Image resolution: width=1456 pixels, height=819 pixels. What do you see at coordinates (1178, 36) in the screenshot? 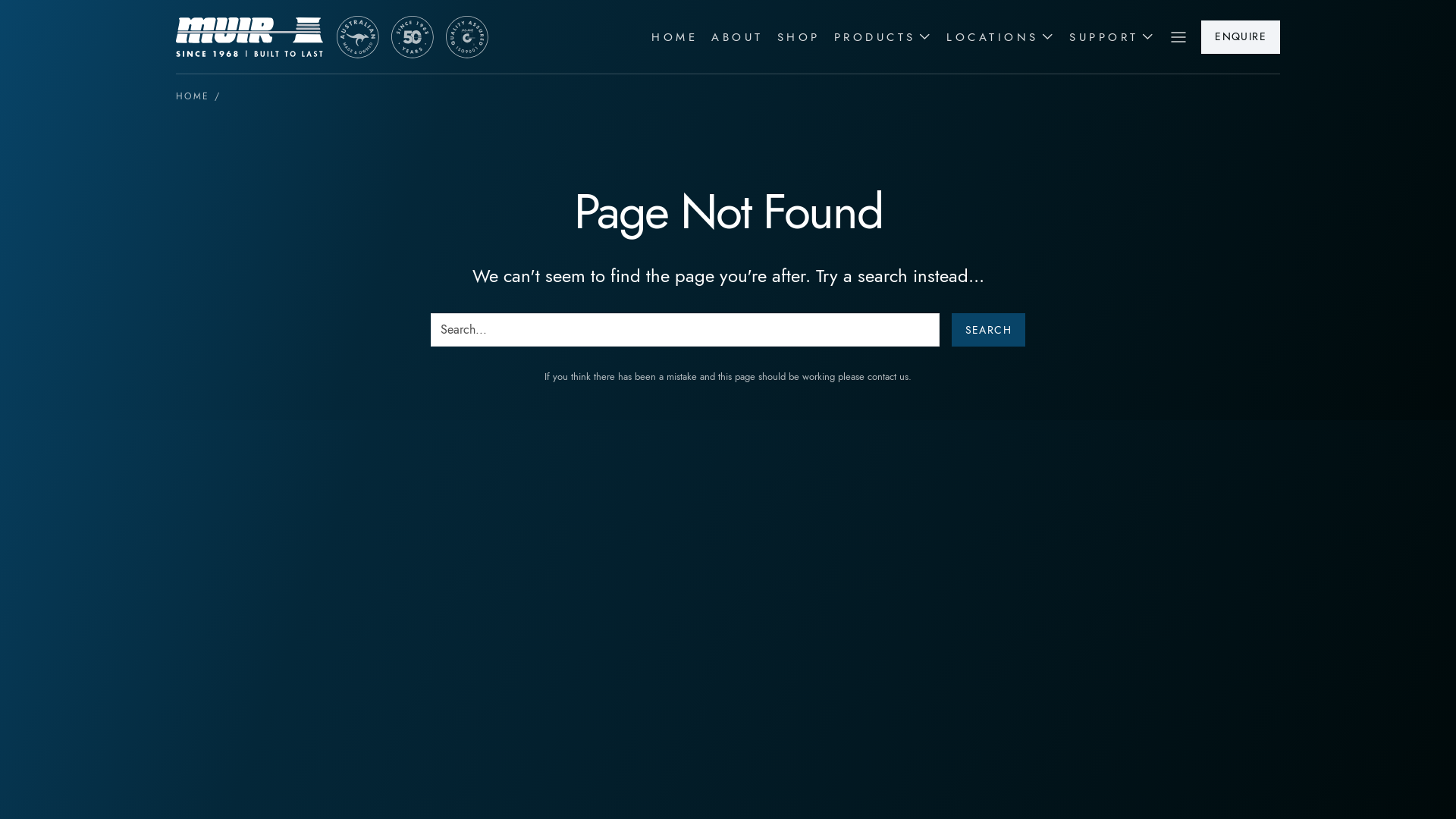
I see `'Menu'` at bounding box center [1178, 36].